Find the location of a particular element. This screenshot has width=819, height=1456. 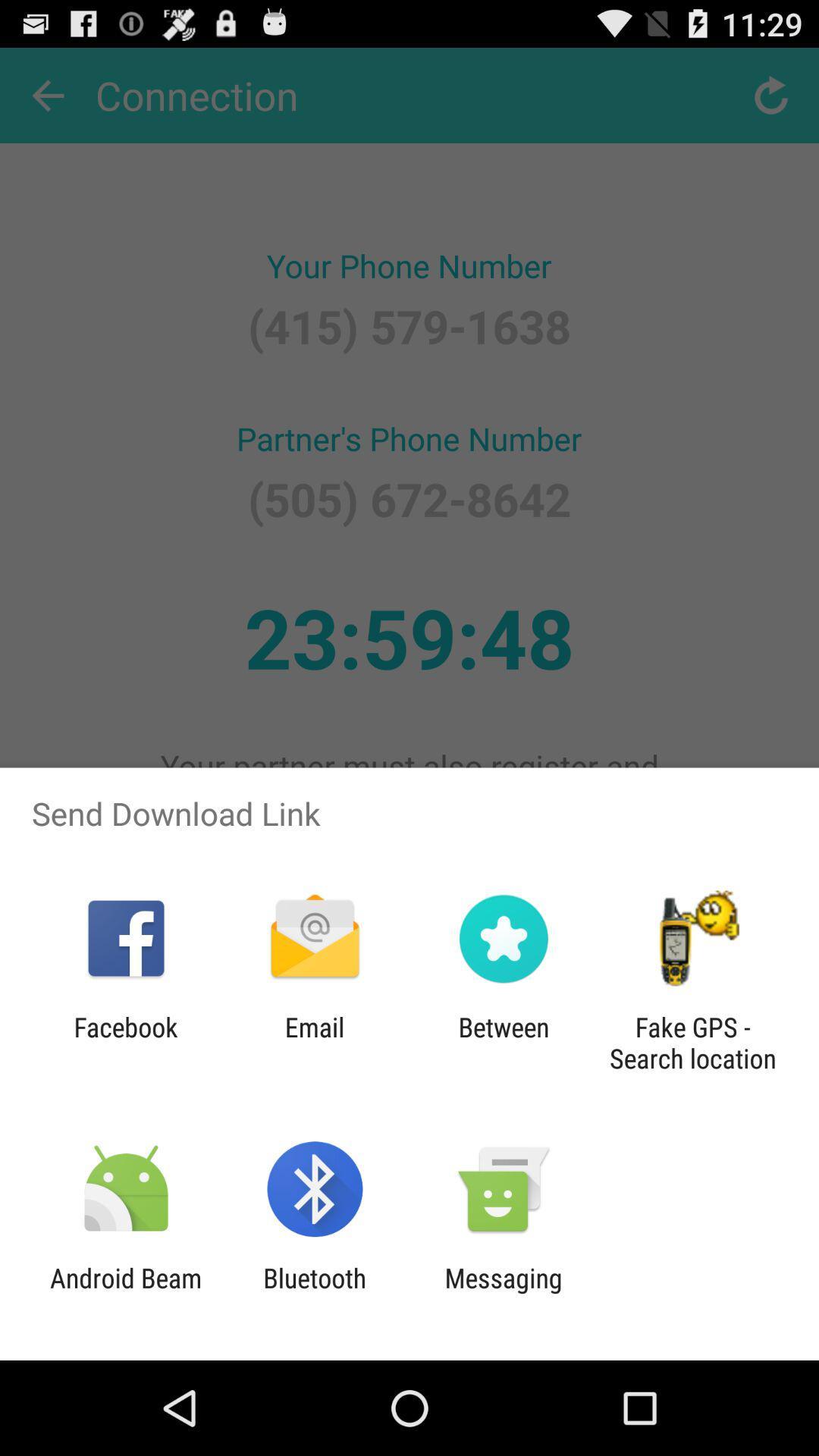

messaging is located at coordinates (504, 1293).